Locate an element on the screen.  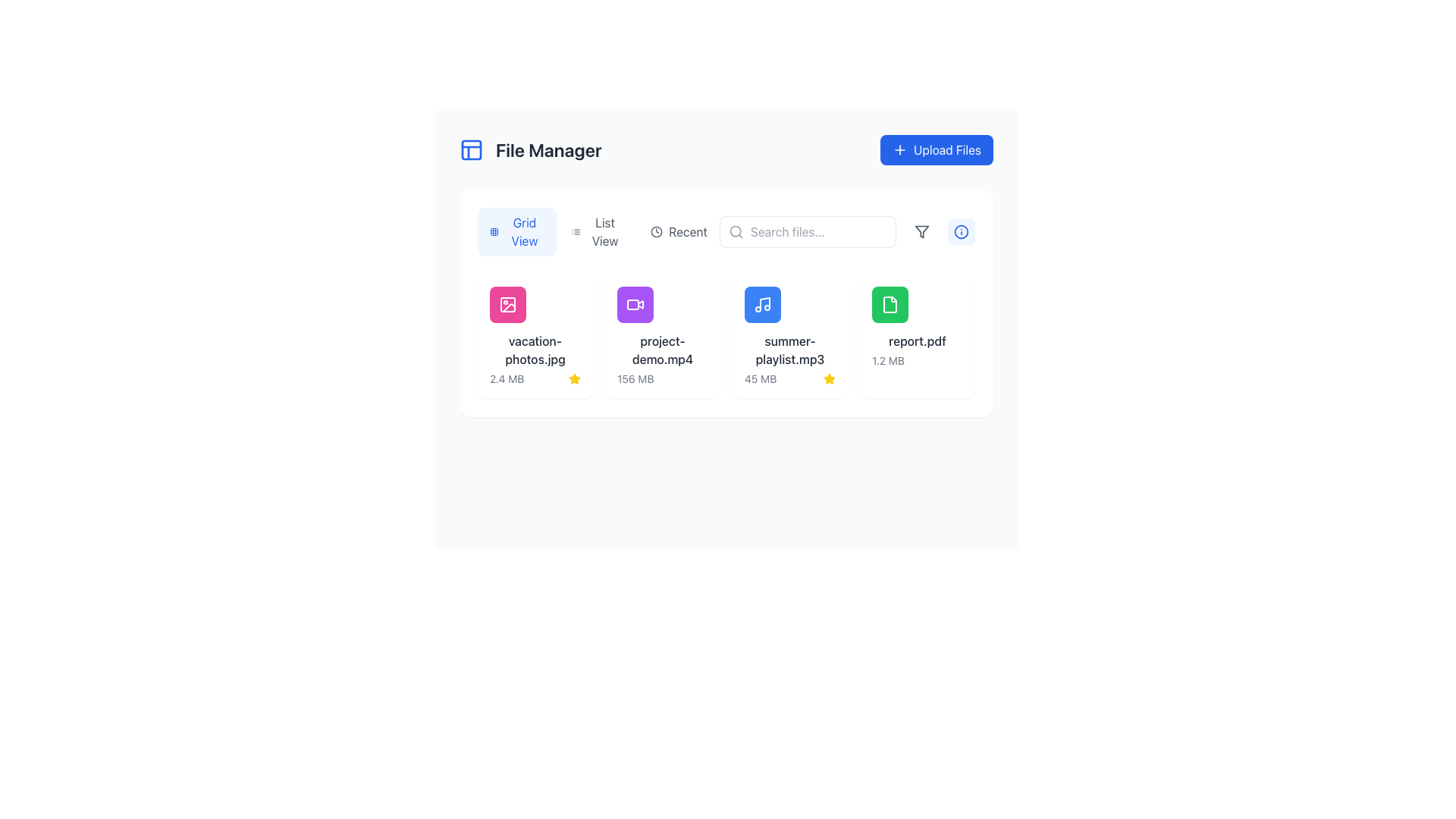
the first button in the horizontal group of three buttons to switch the file display mode to grid view is located at coordinates (516, 231).